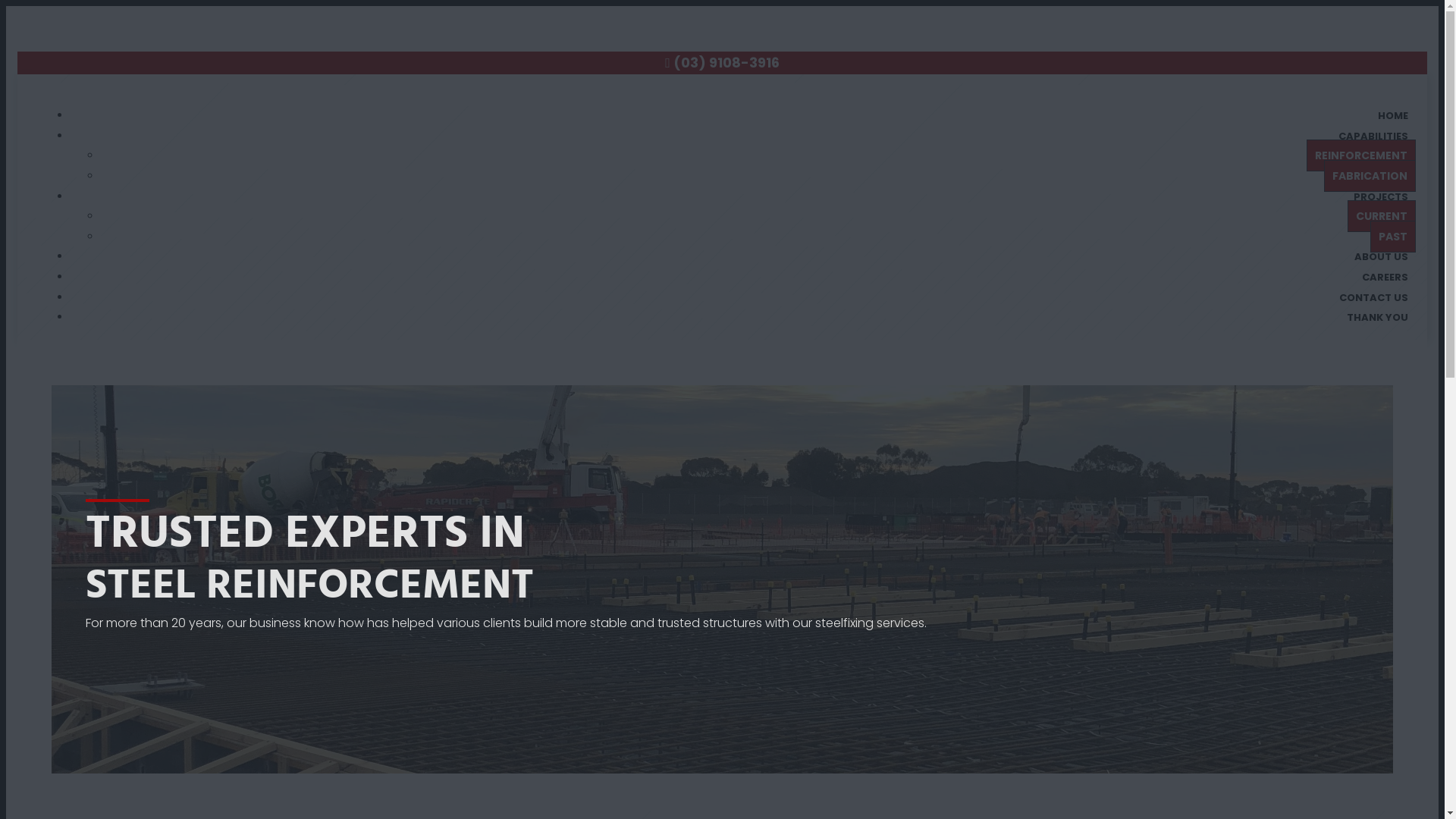 This screenshot has height=819, width=1456. What do you see at coordinates (1381, 256) in the screenshot?
I see `'ABOUT US'` at bounding box center [1381, 256].